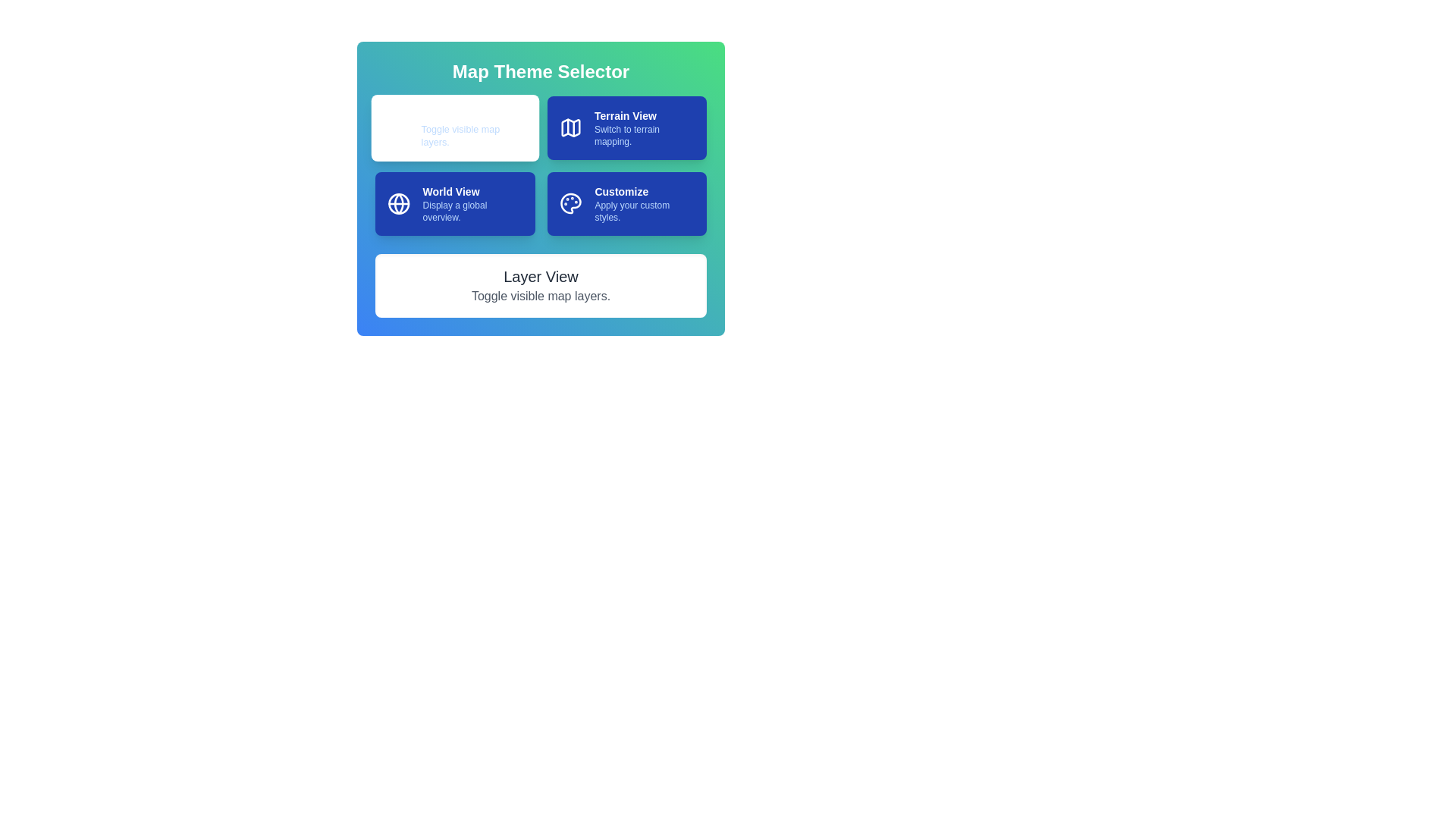 This screenshot has width=1456, height=819. Describe the element at coordinates (541, 277) in the screenshot. I see `the 'Layer View' text label, which serves as a descriptive title for the card related to toggling visible map layers, located at the center of the card` at that location.